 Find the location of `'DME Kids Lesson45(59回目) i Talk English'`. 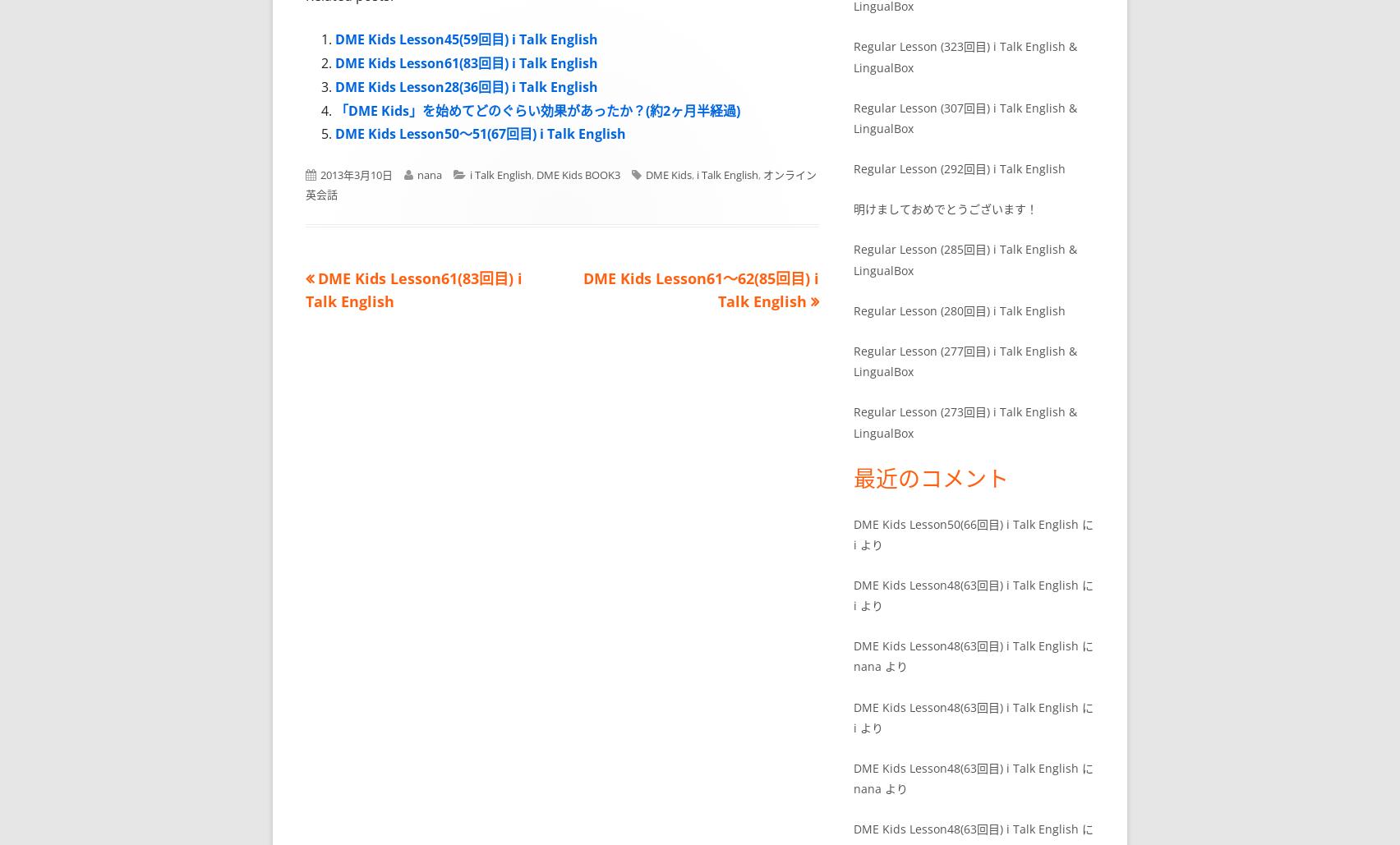

'DME Kids Lesson45(59回目) i Talk English' is located at coordinates (466, 39).